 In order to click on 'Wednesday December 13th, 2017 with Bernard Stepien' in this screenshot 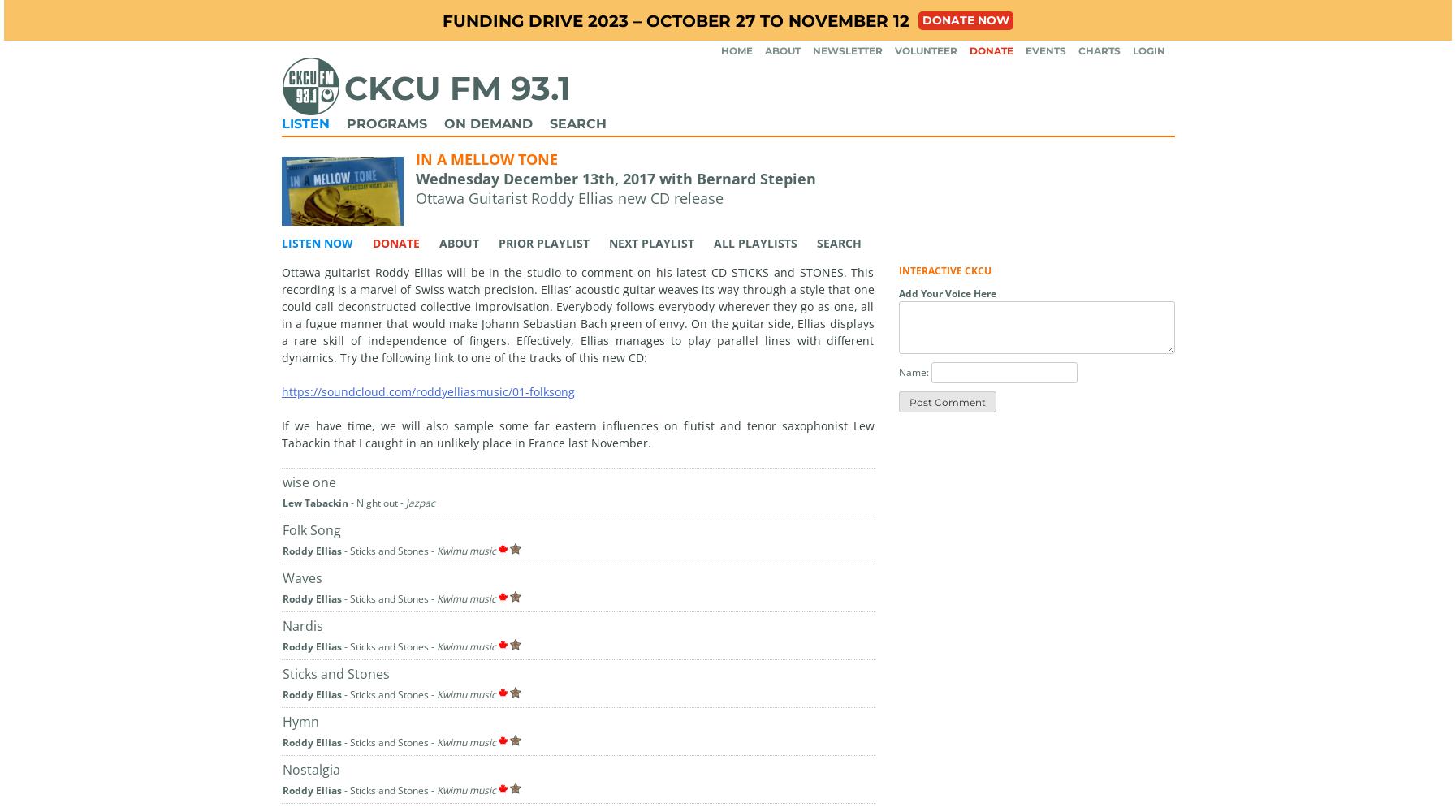, I will do `click(614, 177)`.